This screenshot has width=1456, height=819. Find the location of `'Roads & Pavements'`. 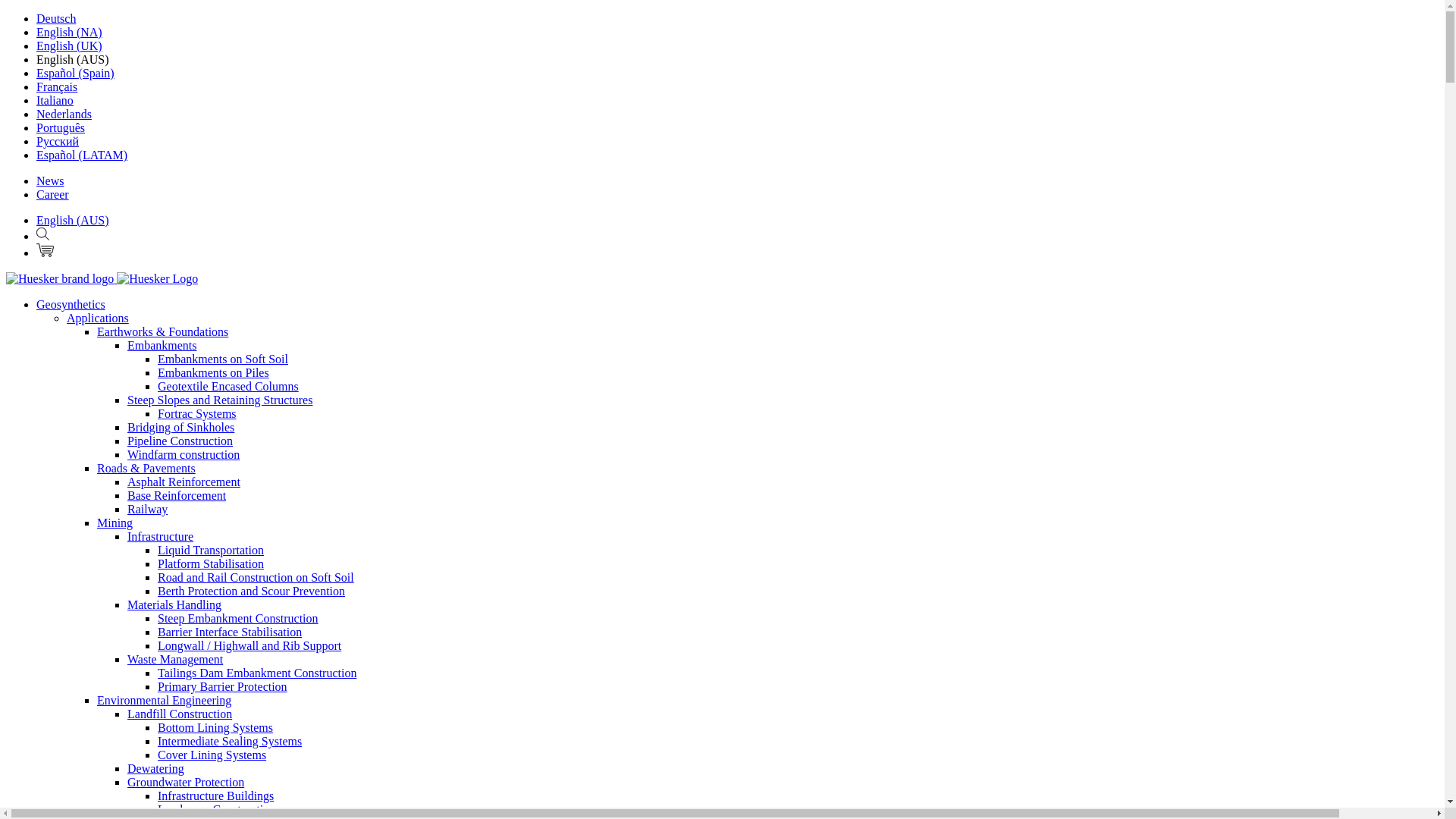

'Roads & Pavements' is located at coordinates (146, 467).